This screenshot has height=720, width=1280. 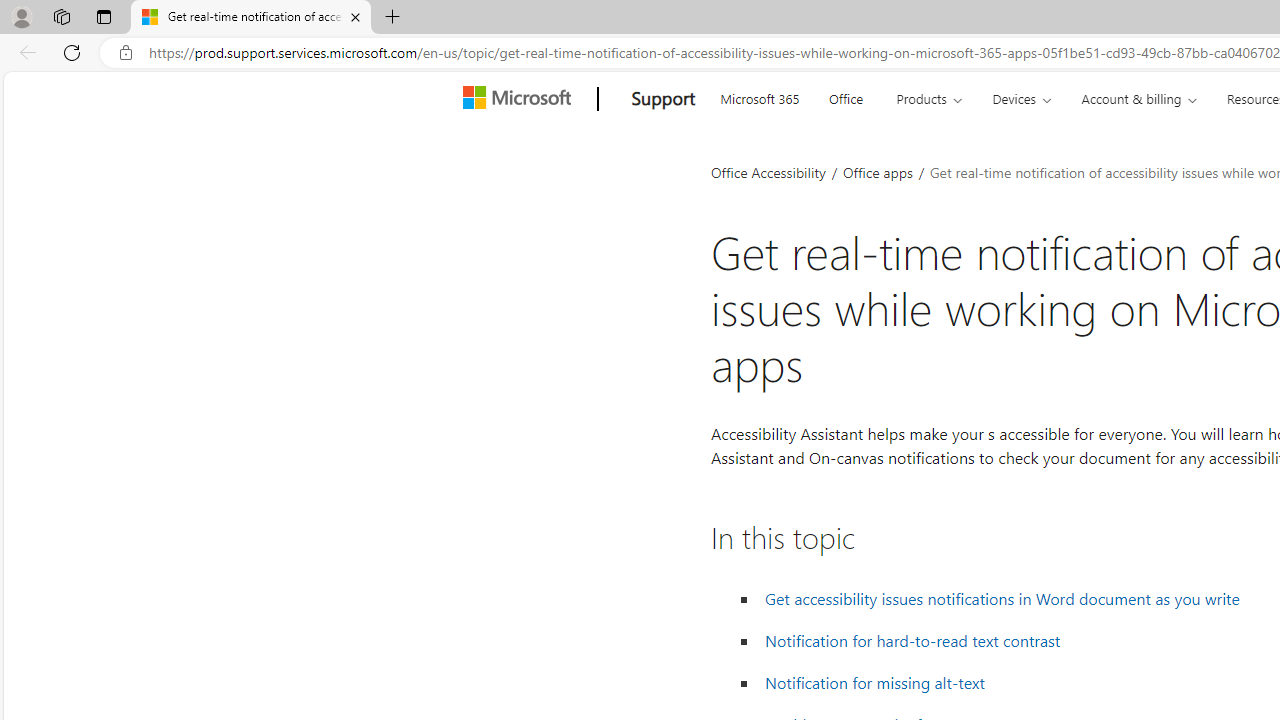 What do you see at coordinates (24, 51) in the screenshot?
I see `'Back'` at bounding box center [24, 51].